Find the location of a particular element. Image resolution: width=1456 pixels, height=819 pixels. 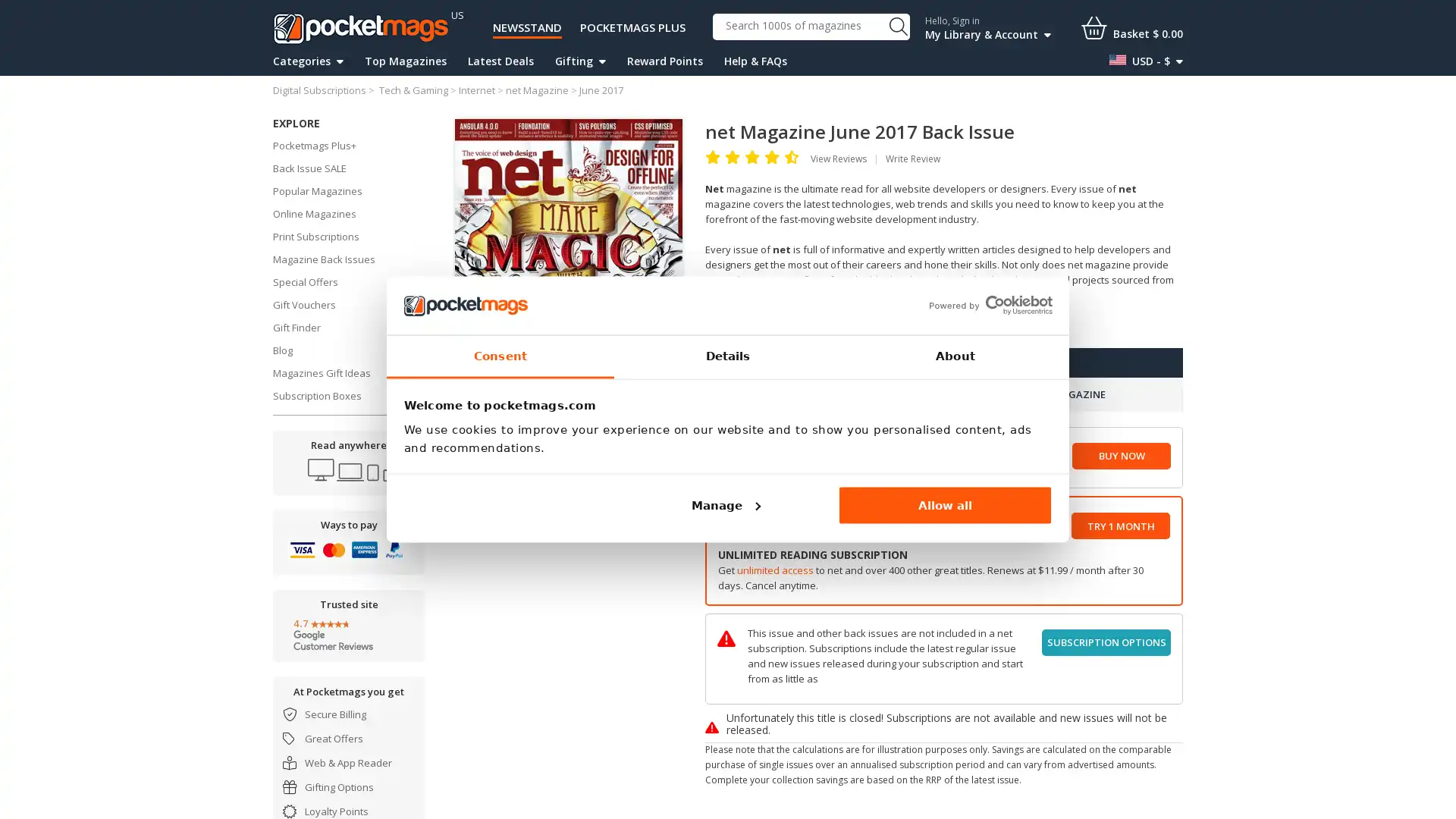

Try 1 month is located at coordinates (1121, 525).